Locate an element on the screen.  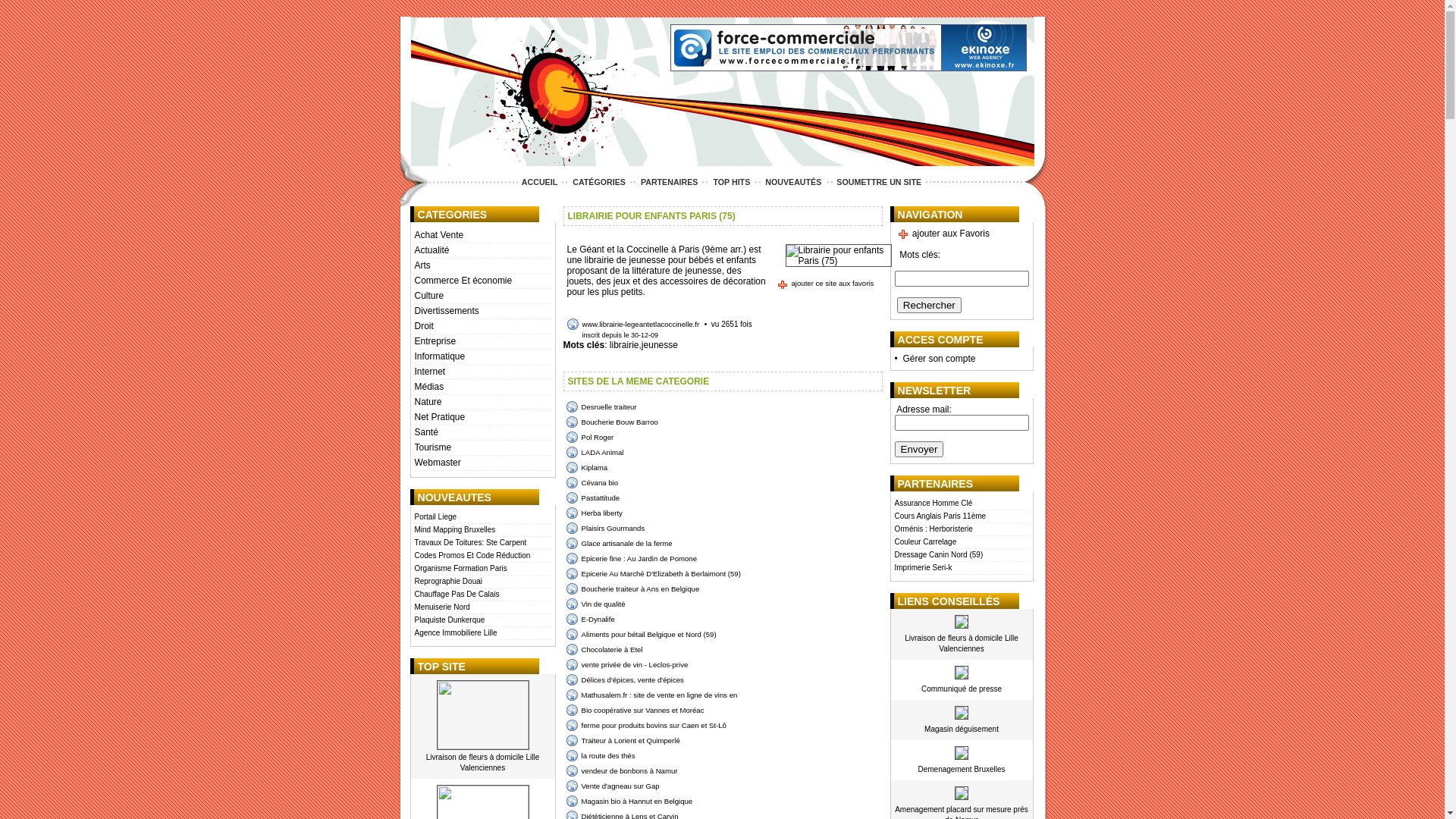
'Couleur Carrelage' is located at coordinates (961, 541).